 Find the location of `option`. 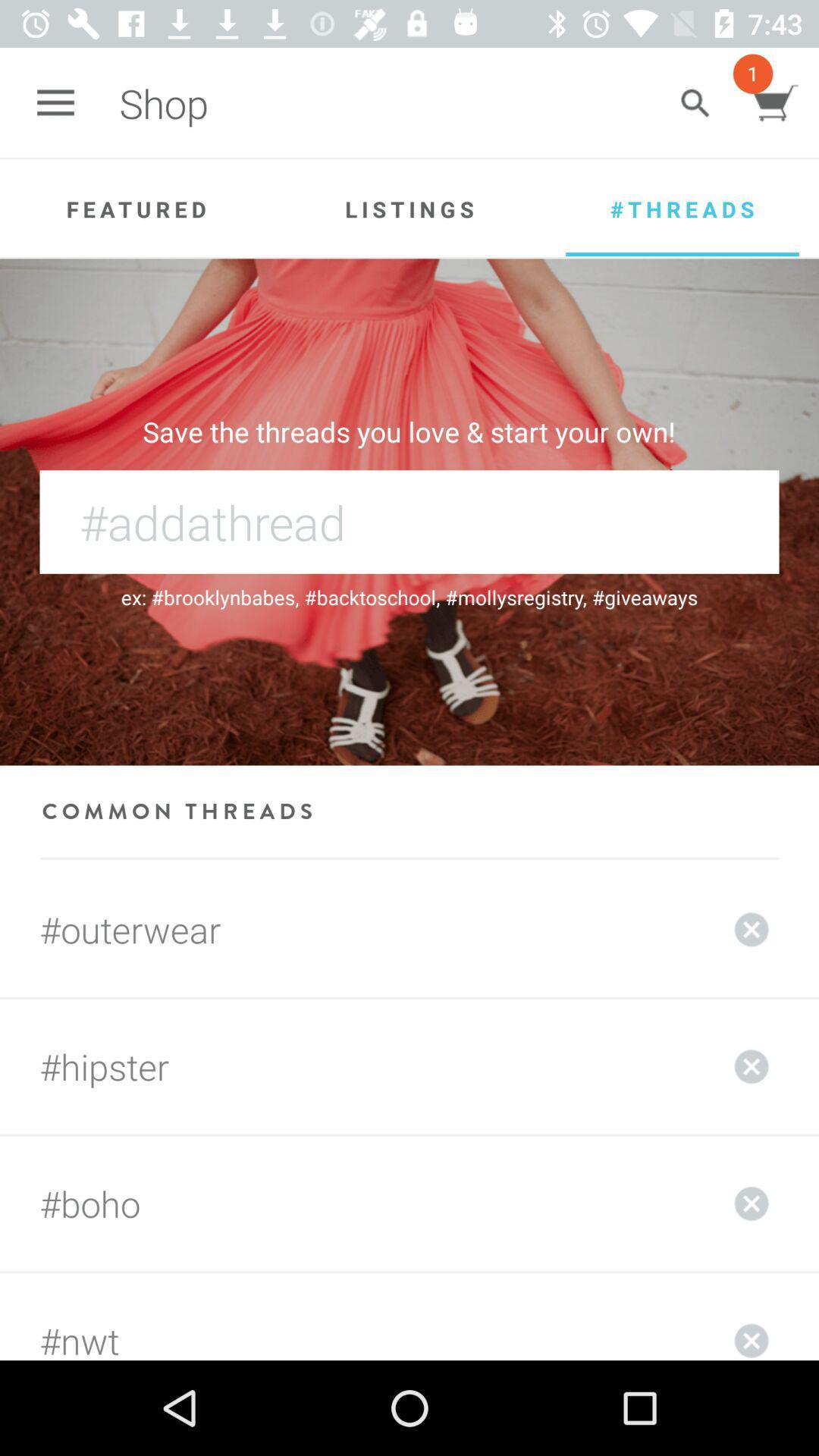

option is located at coordinates (752, 1316).